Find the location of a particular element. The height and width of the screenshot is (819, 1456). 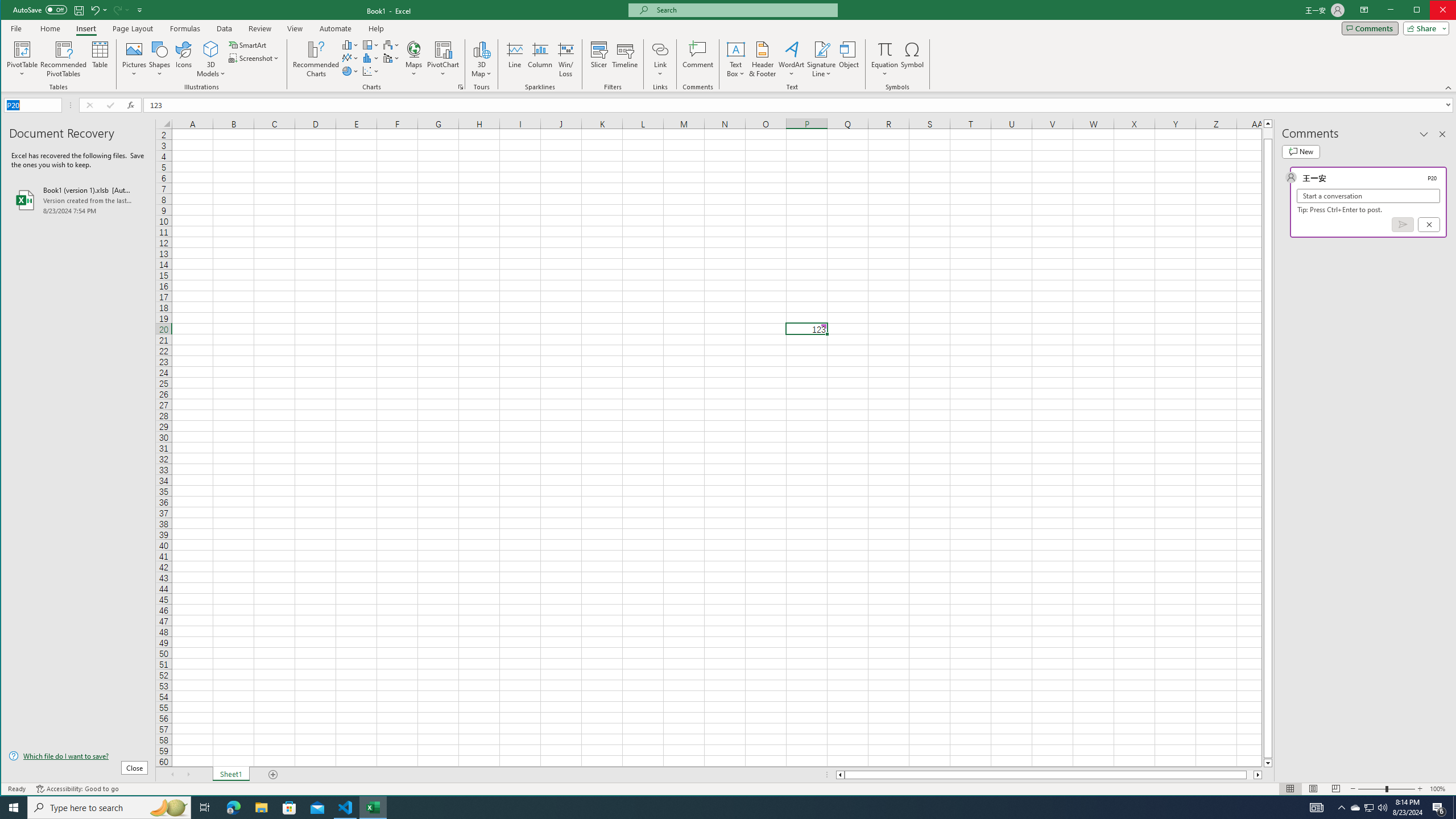

'Start' is located at coordinates (14, 806).